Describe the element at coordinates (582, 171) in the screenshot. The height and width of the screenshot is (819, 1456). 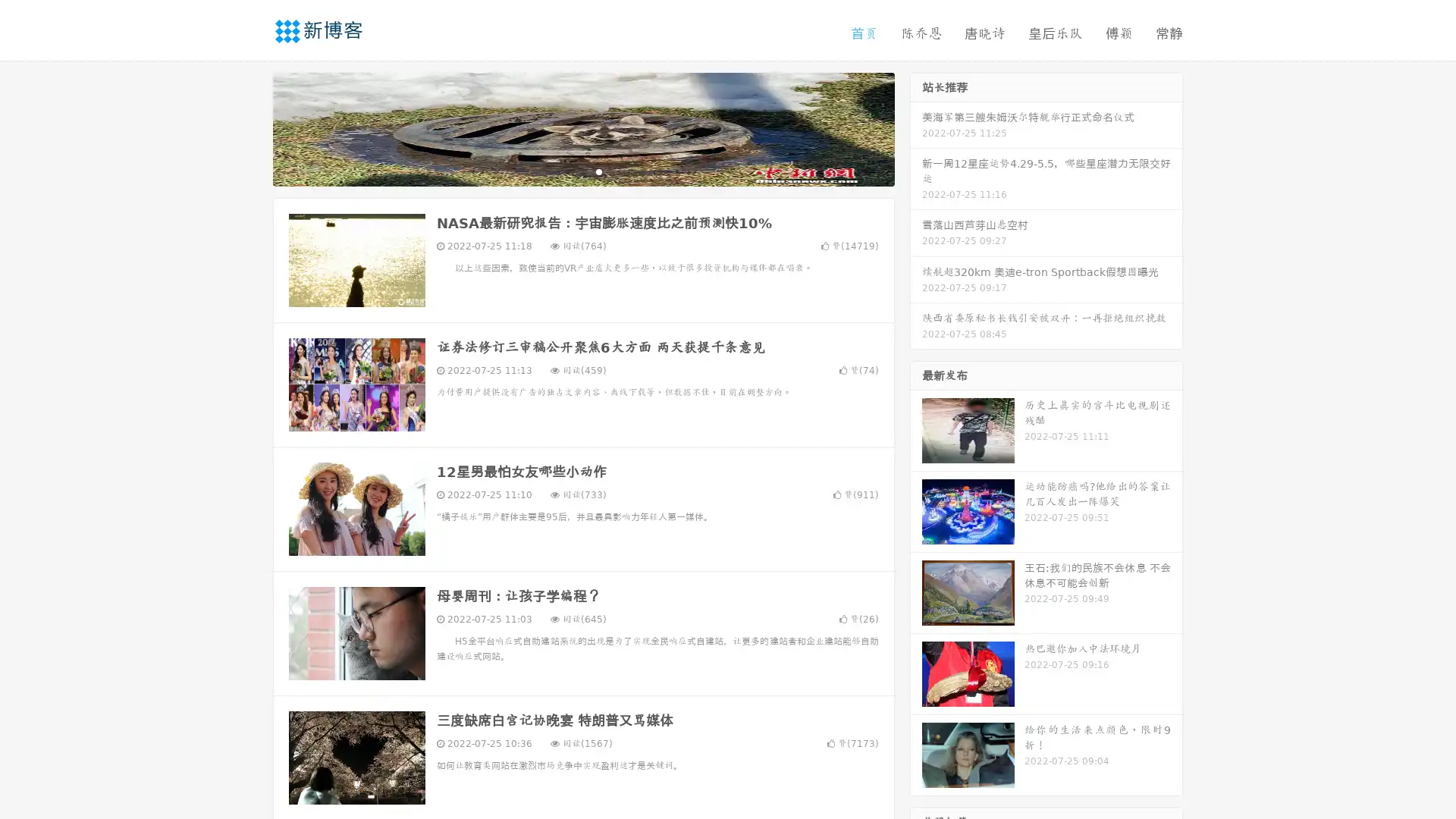
I see `Go to slide 2` at that location.